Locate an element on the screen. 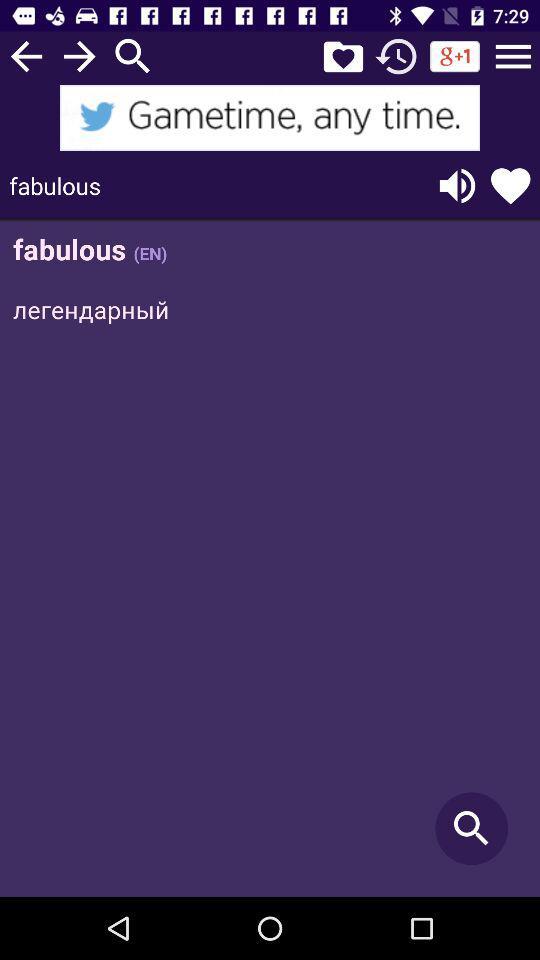  change volume is located at coordinates (457, 185).